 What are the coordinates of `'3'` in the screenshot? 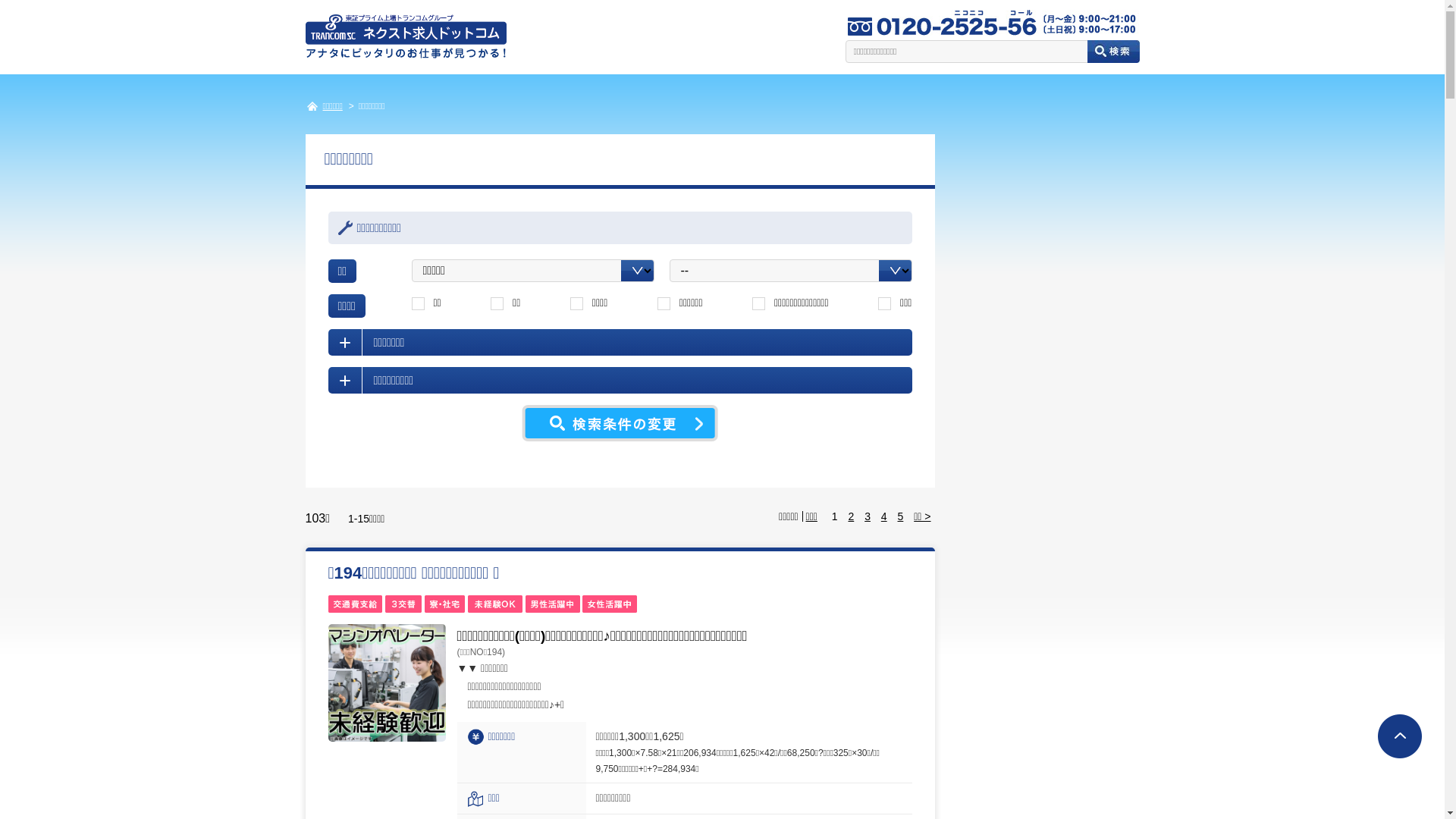 It's located at (867, 516).